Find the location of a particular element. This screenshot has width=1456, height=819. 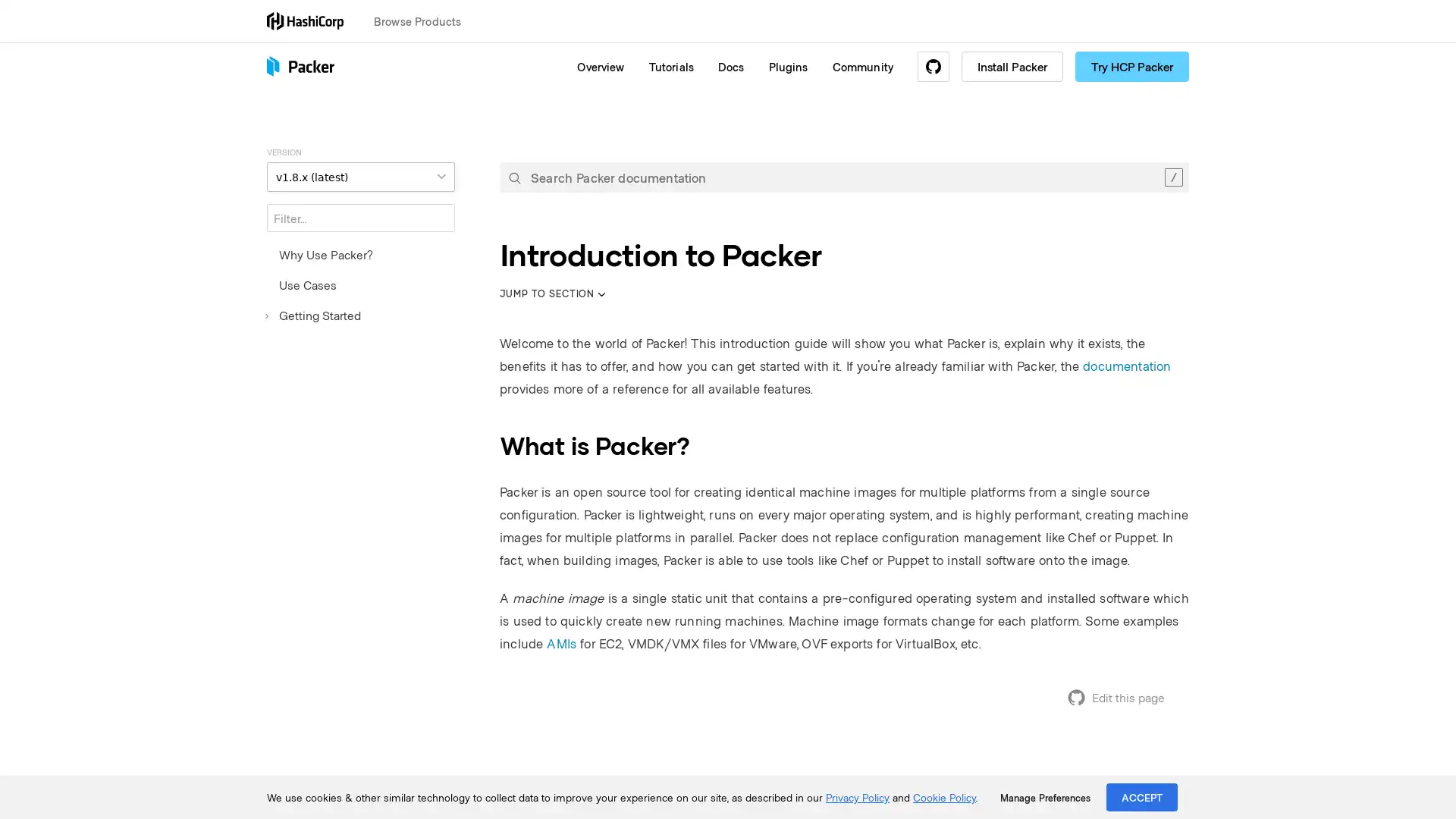

VERSION is located at coordinates (359, 176).